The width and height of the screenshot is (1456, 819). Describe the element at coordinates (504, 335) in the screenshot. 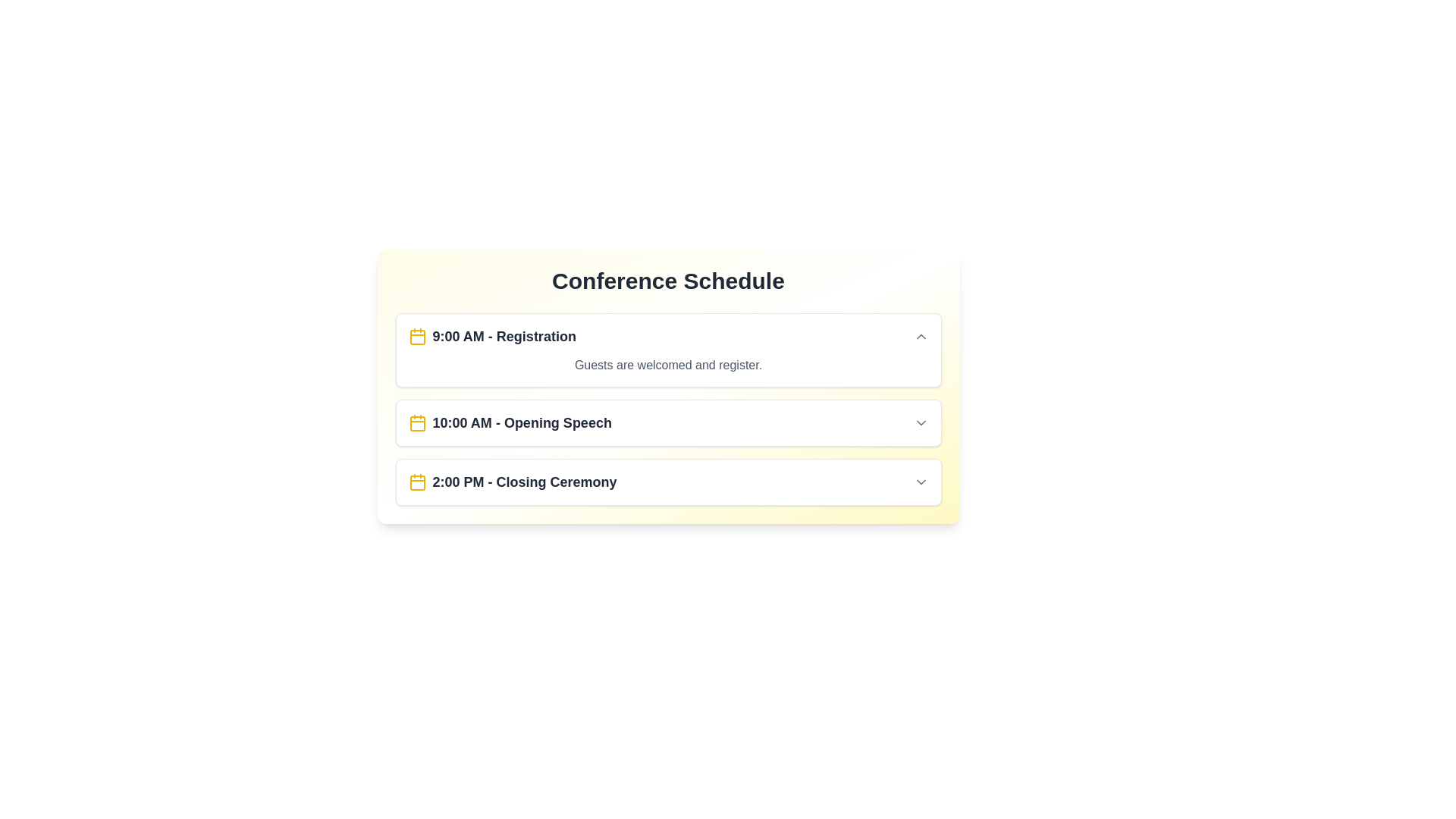

I see `text displayed in the Text Component that shows the time and title for the registration session in the first item of the conference schedule list` at that location.